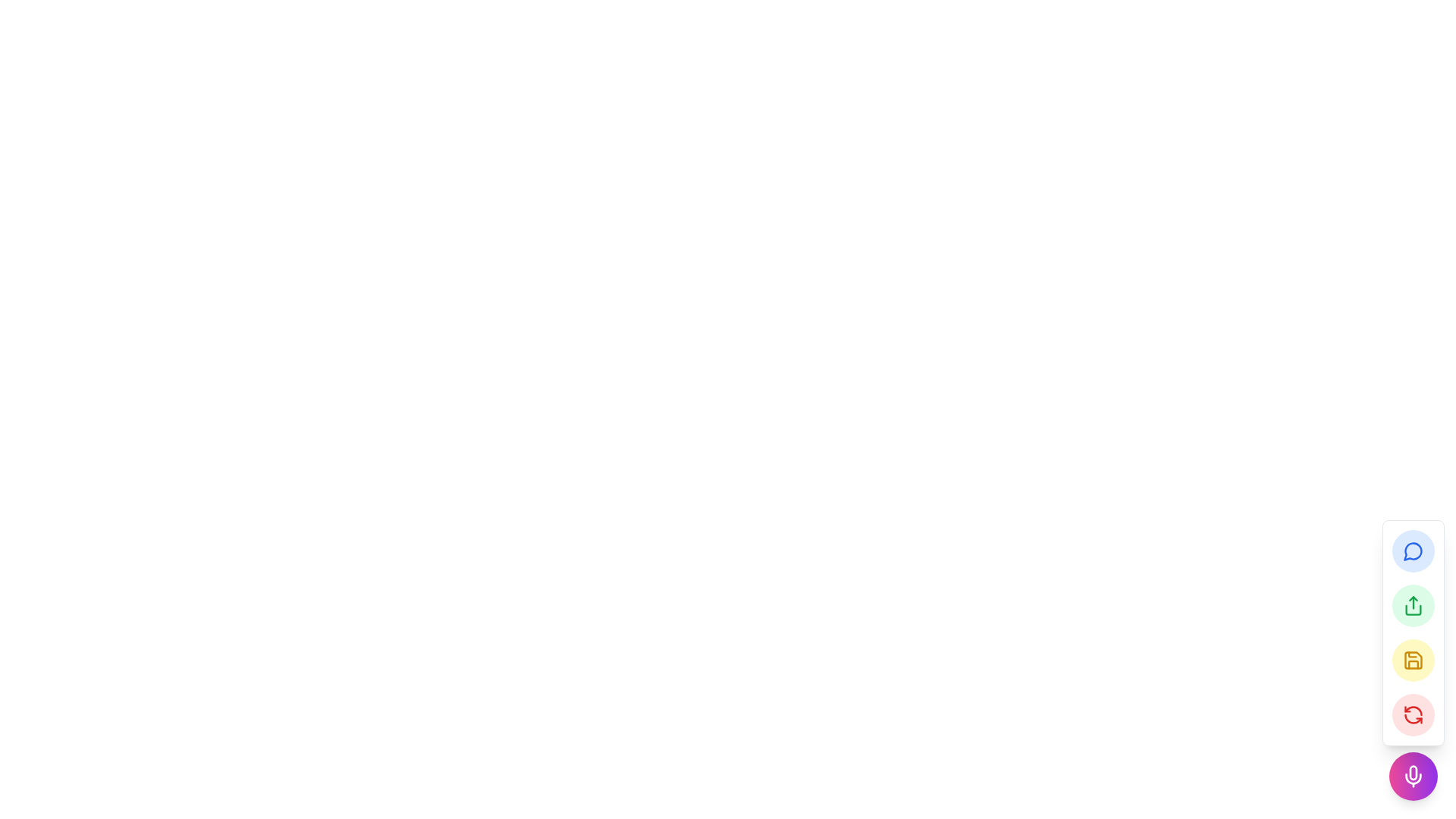  What do you see at coordinates (1412, 660) in the screenshot?
I see `the 'Save' button, which is the third button in a vertical set located on the right edge of the interface` at bounding box center [1412, 660].